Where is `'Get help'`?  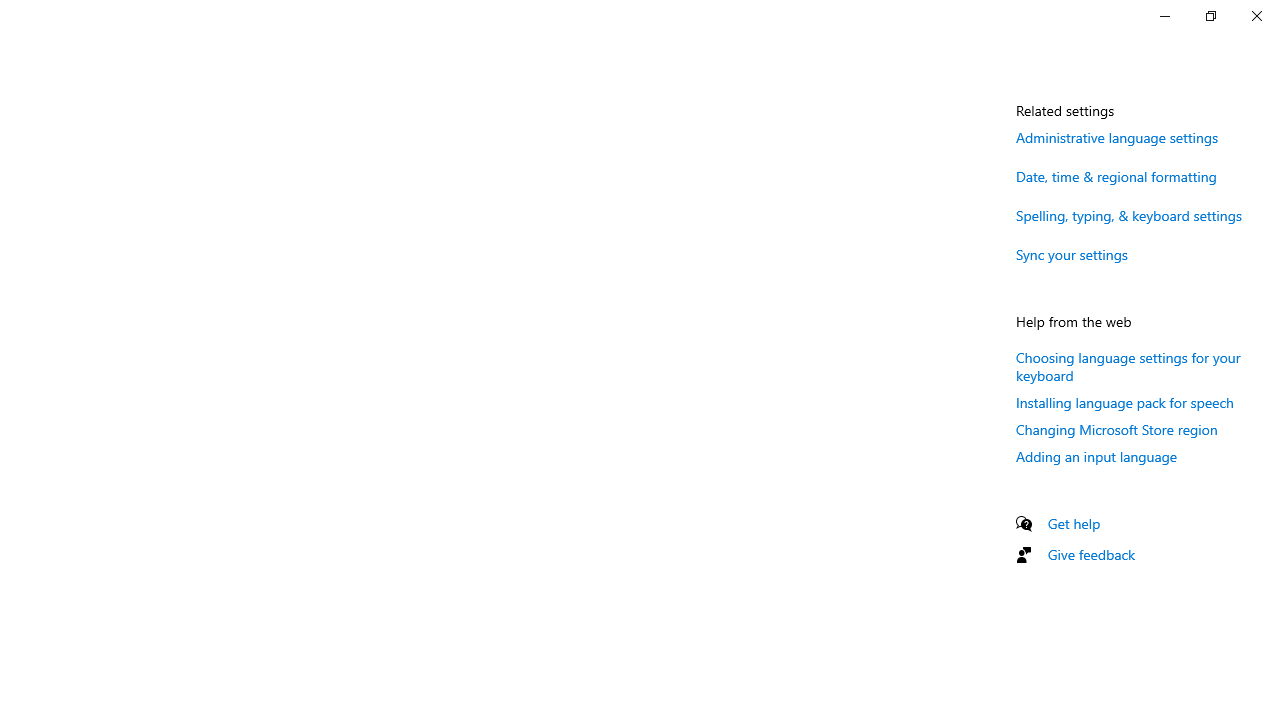
'Get help' is located at coordinates (1073, 522).